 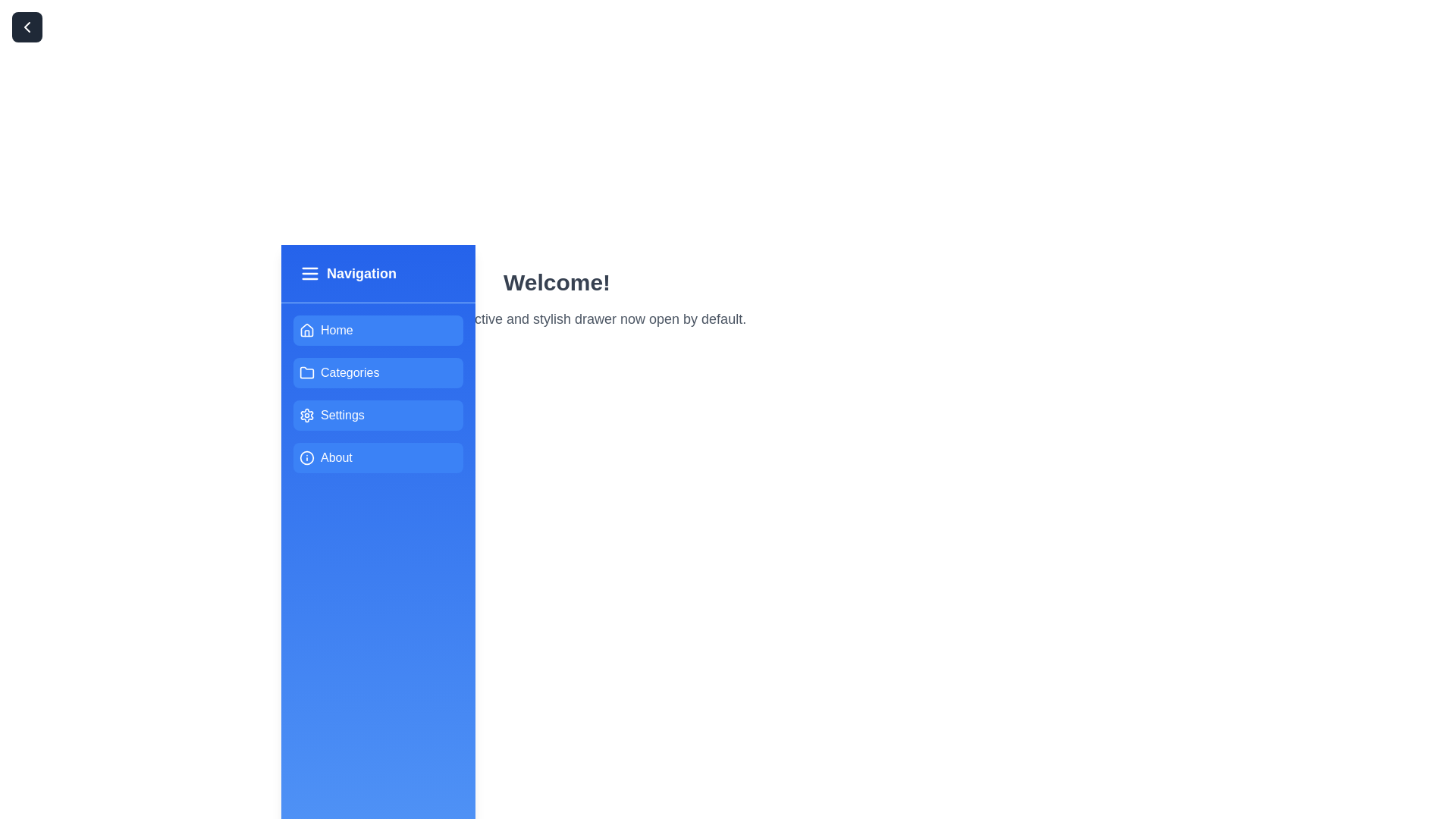 What do you see at coordinates (306, 415) in the screenshot?
I see `the 'Settings' icon located in the navigation menu, which visually represents the 'Settings' option and is positioned to the left of the 'Settings' text` at bounding box center [306, 415].